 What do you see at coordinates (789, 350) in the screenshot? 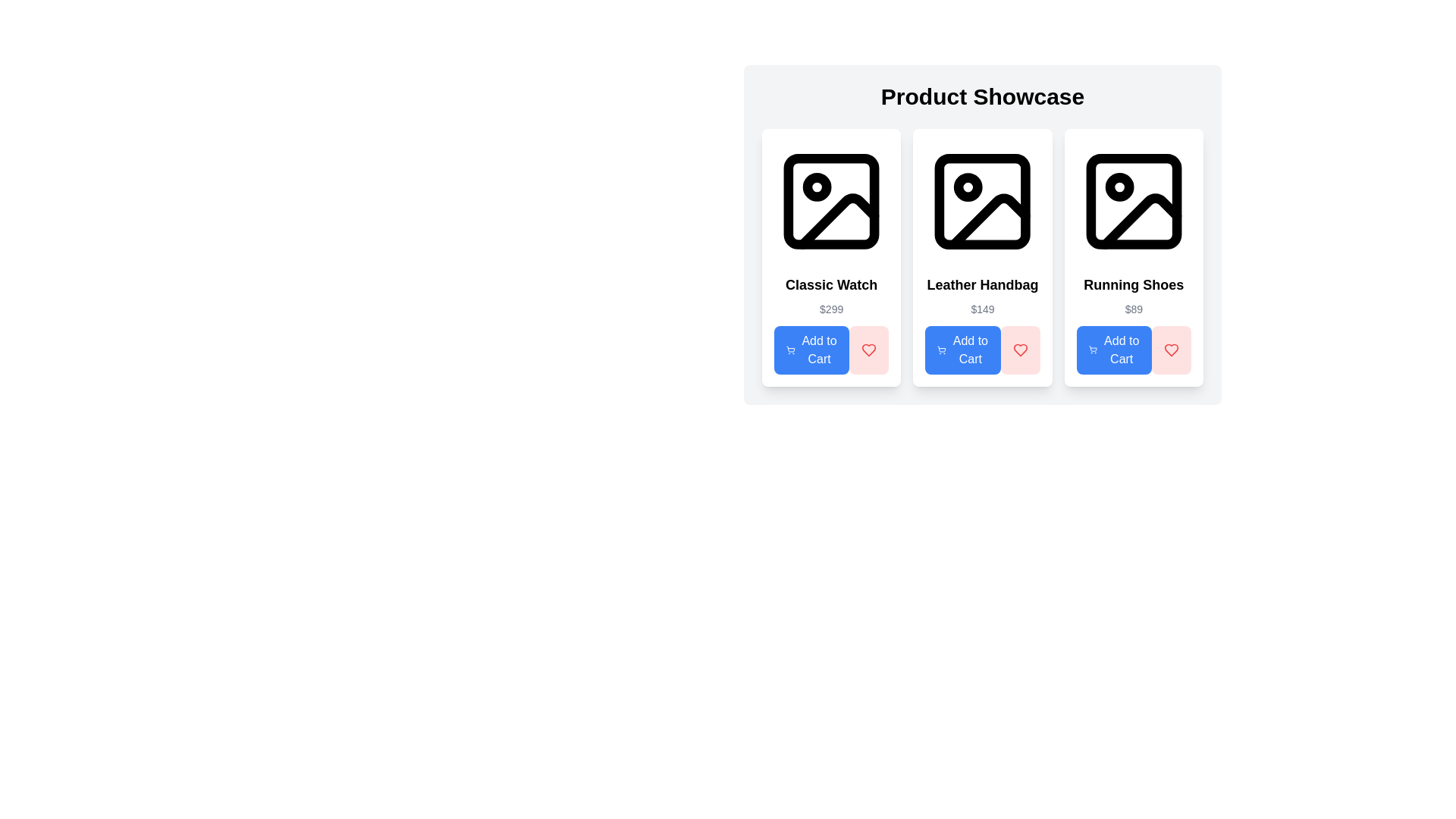
I see `the shopping cart icon associated with the 'Add to Cart' button located below the 'Classic Watch' product entry` at bounding box center [789, 350].